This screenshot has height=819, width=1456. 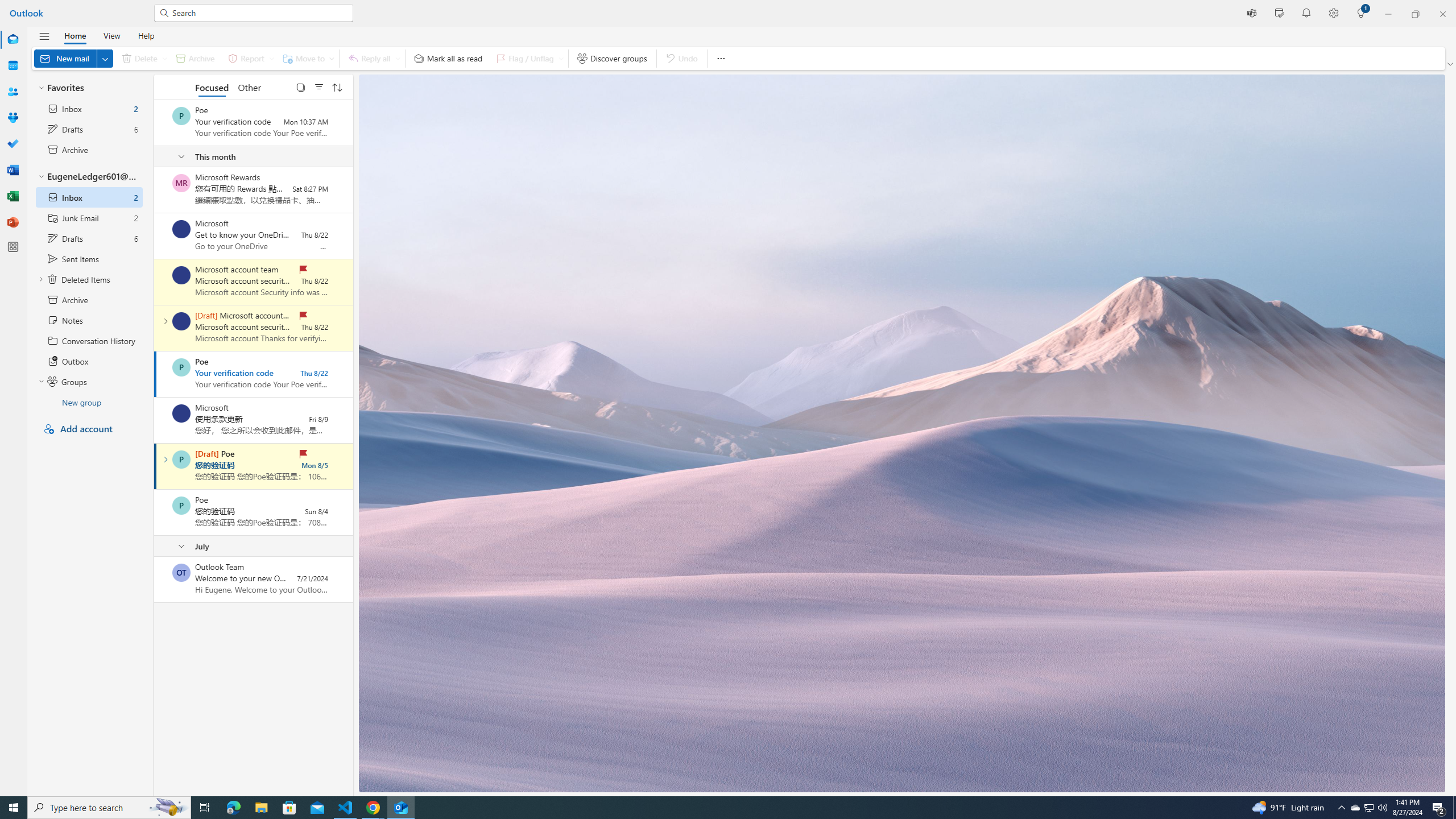 I want to click on 'PowerPoint', so click(x=13, y=222).